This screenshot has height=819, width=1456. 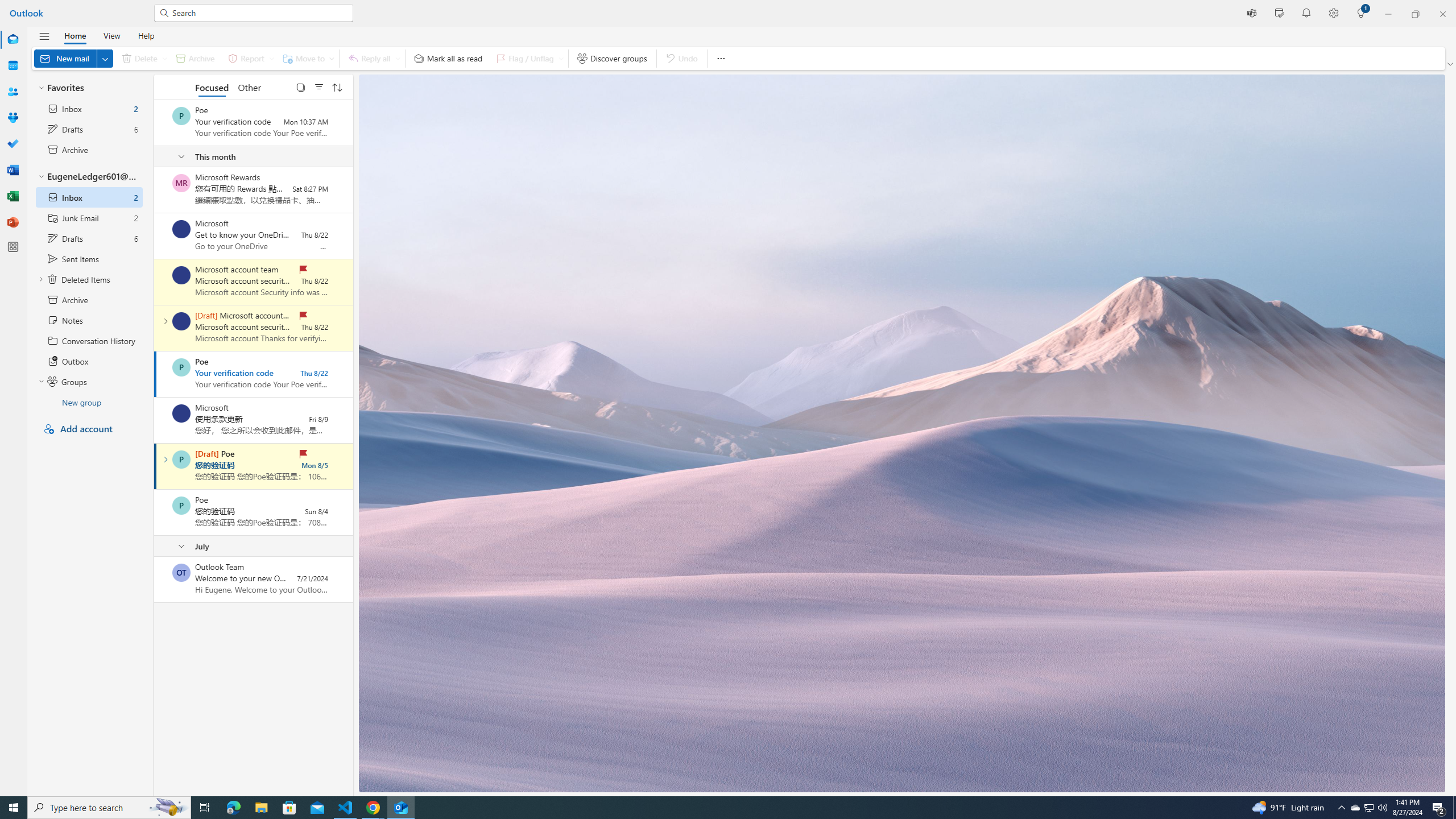 I want to click on 'PowerPoint', so click(x=13, y=222).